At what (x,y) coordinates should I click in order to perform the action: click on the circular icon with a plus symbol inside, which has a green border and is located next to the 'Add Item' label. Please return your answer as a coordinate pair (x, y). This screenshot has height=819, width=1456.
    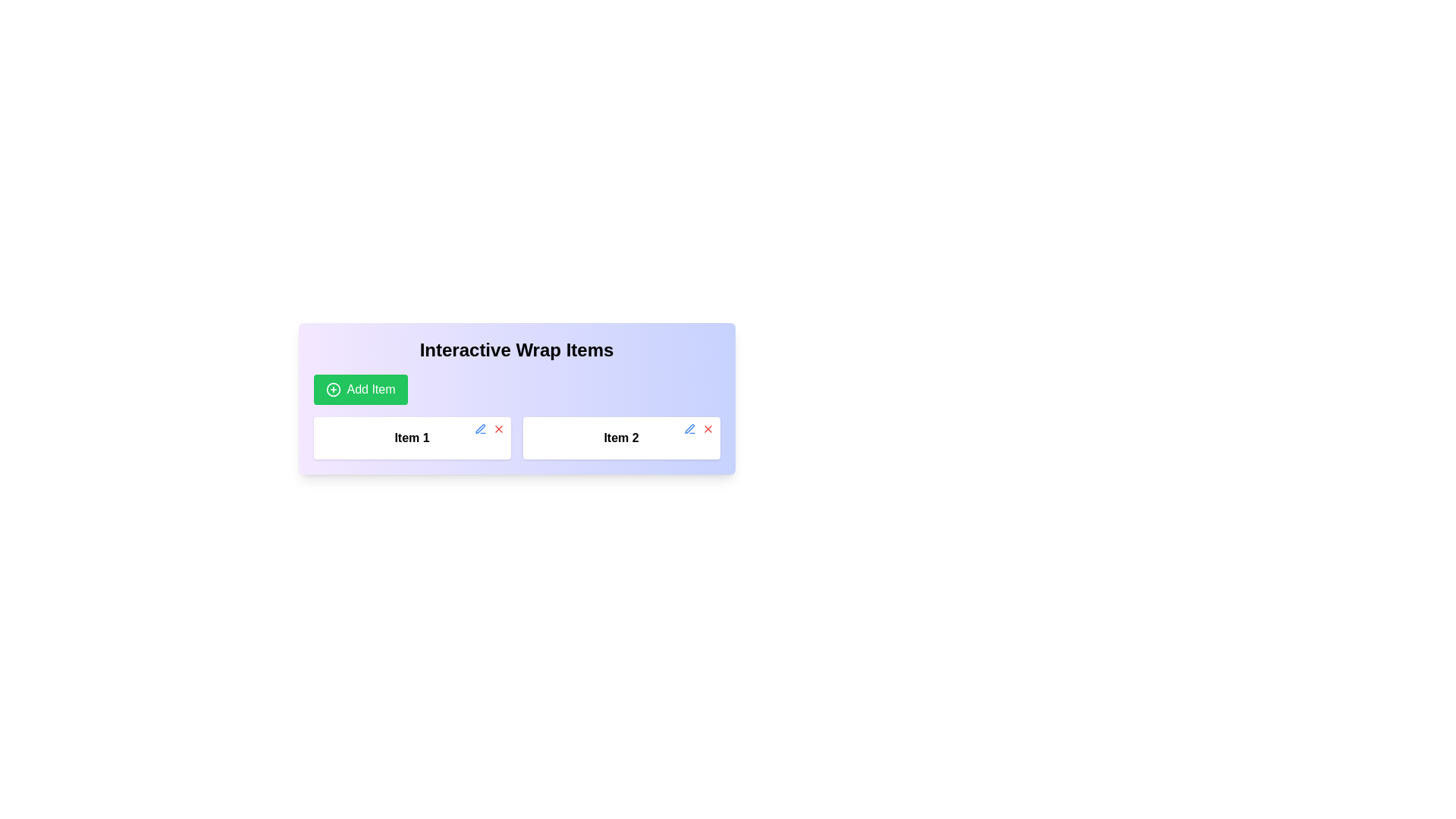
    Looking at the image, I should click on (332, 388).